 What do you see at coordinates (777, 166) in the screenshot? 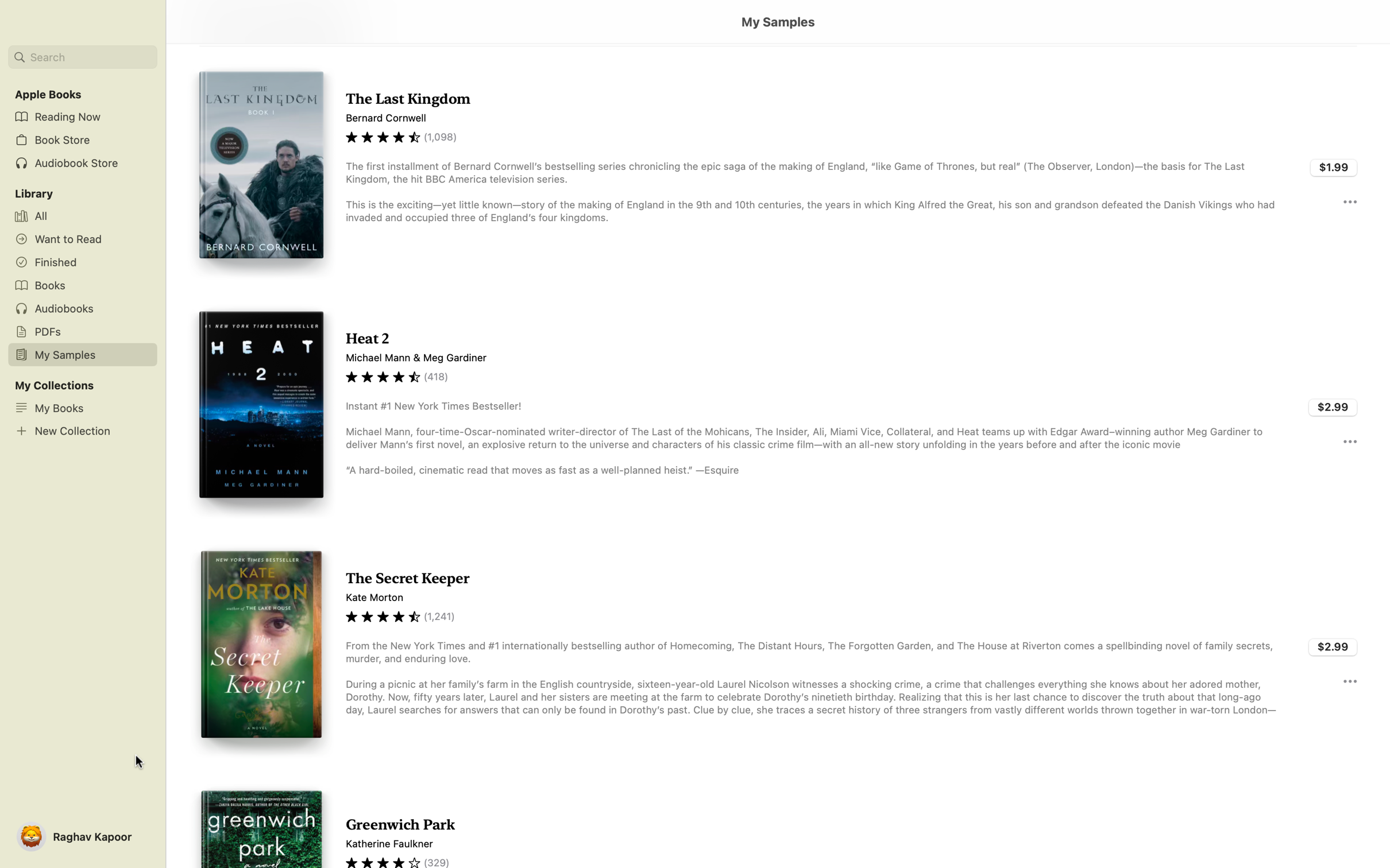
I see `Display content of "Last Kingdom" by double clicking it` at bounding box center [777, 166].